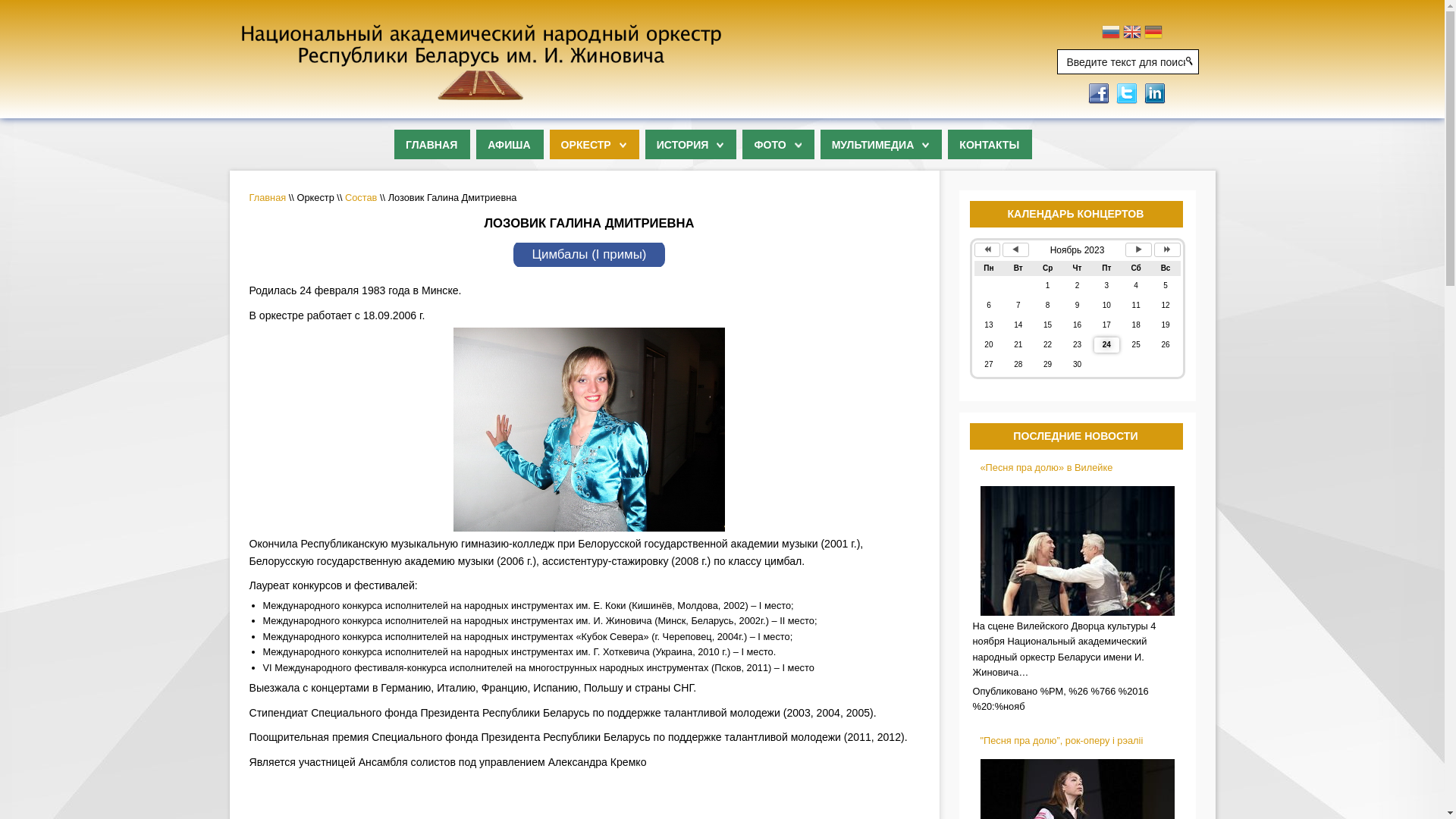 The width and height of the screenshot is (1456, 819). What do you see at coordinates (1144, 33) in the screenshot?
I see `'German'` at bounding box center [1144, 33].